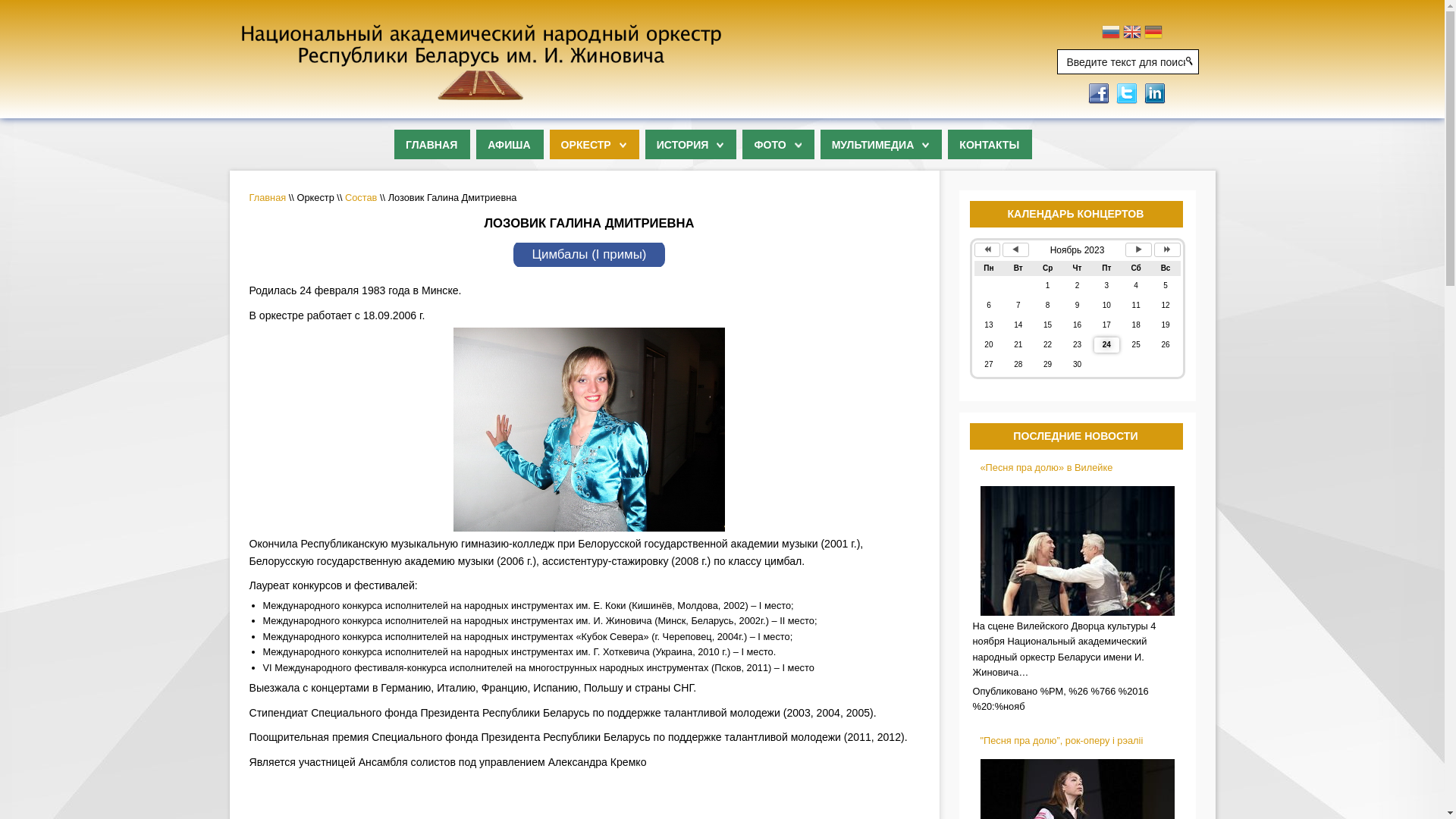 The width and height of the screenshot is (1456, 819). What do you see at coordinates (1144, 33) in the screenshot?
I see `'German'` at bounding box center [1144, 33].